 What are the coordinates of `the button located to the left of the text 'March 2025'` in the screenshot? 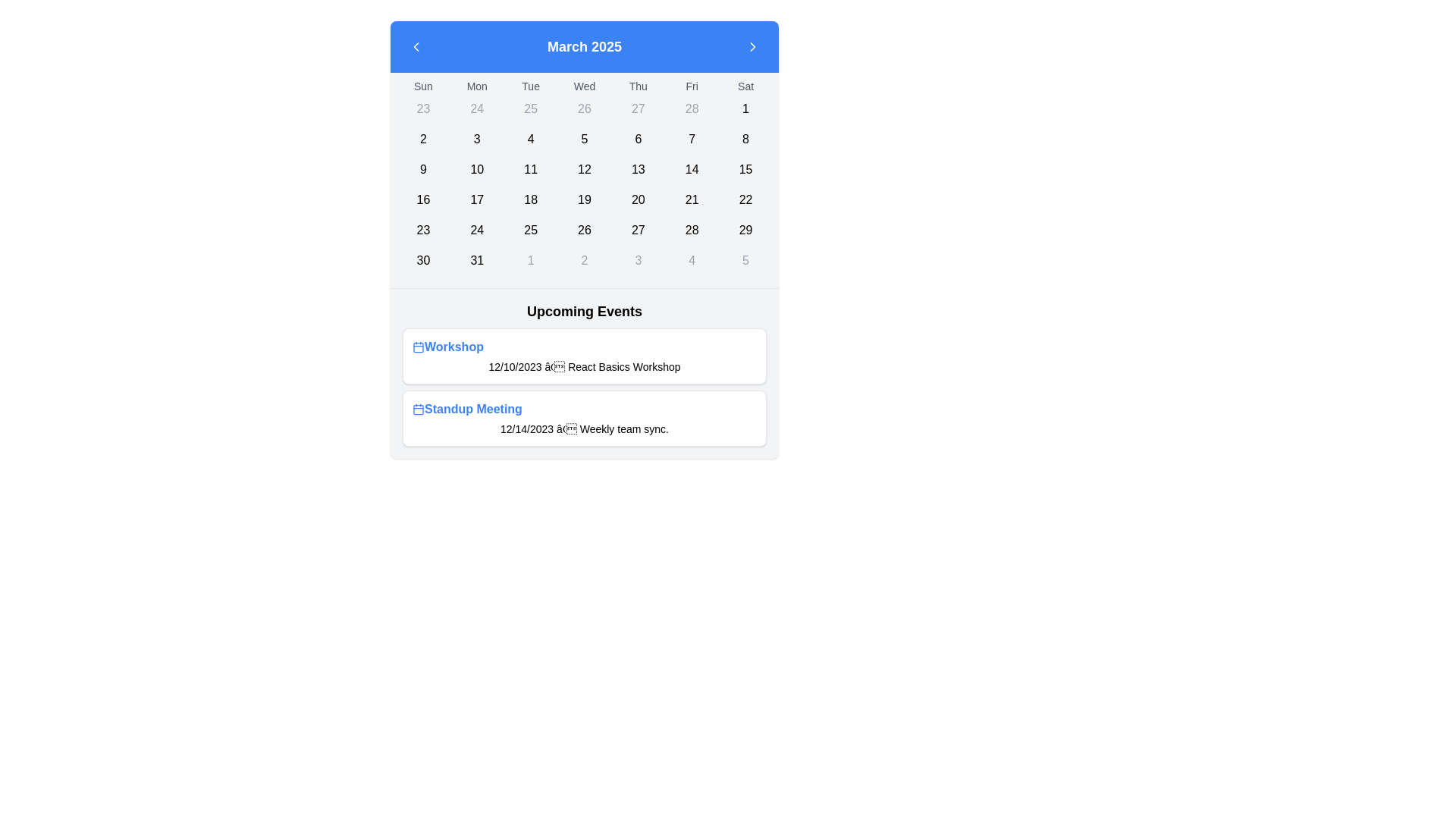 It's located at (416, 45).